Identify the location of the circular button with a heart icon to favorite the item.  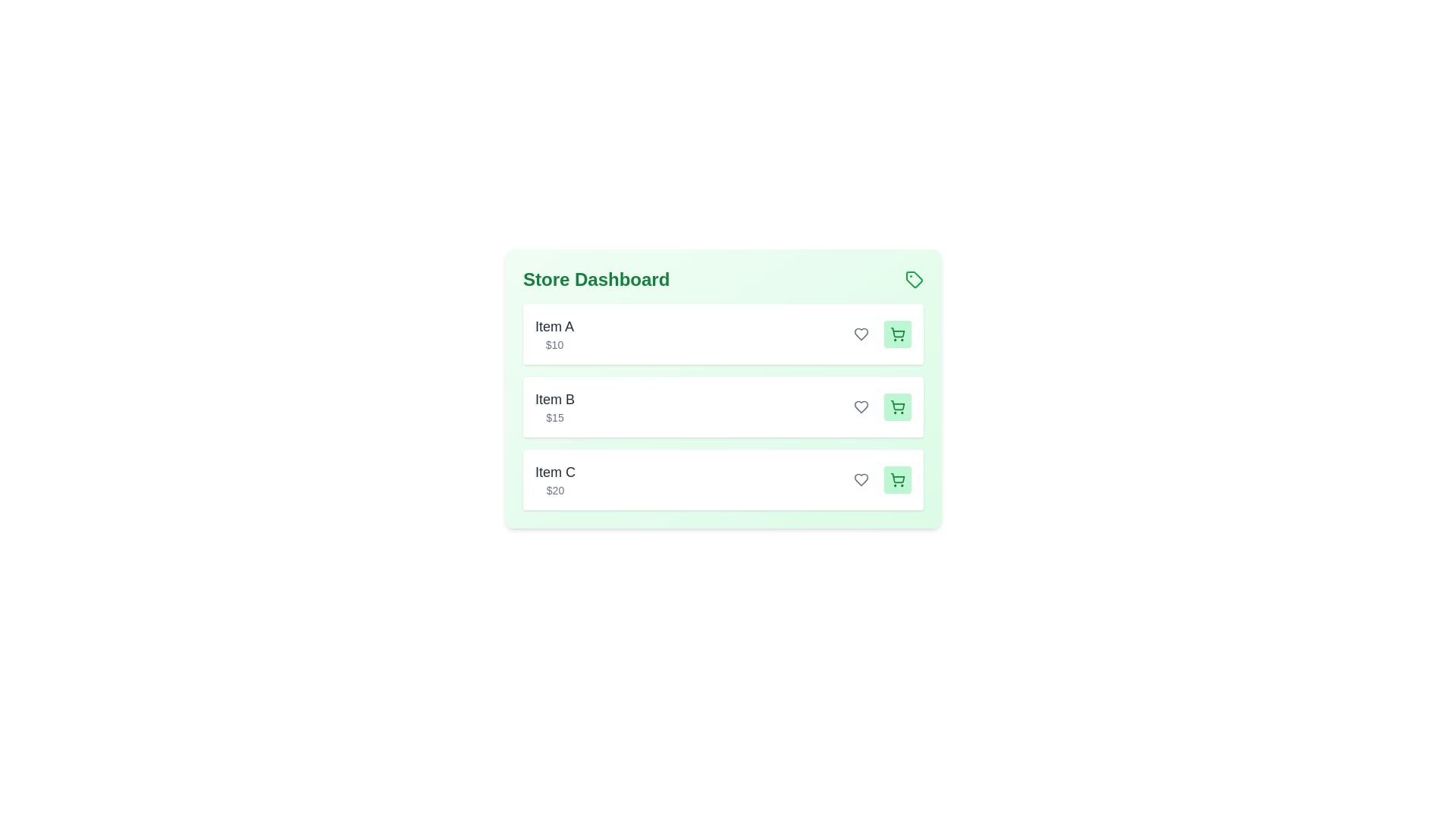
(861, 406).